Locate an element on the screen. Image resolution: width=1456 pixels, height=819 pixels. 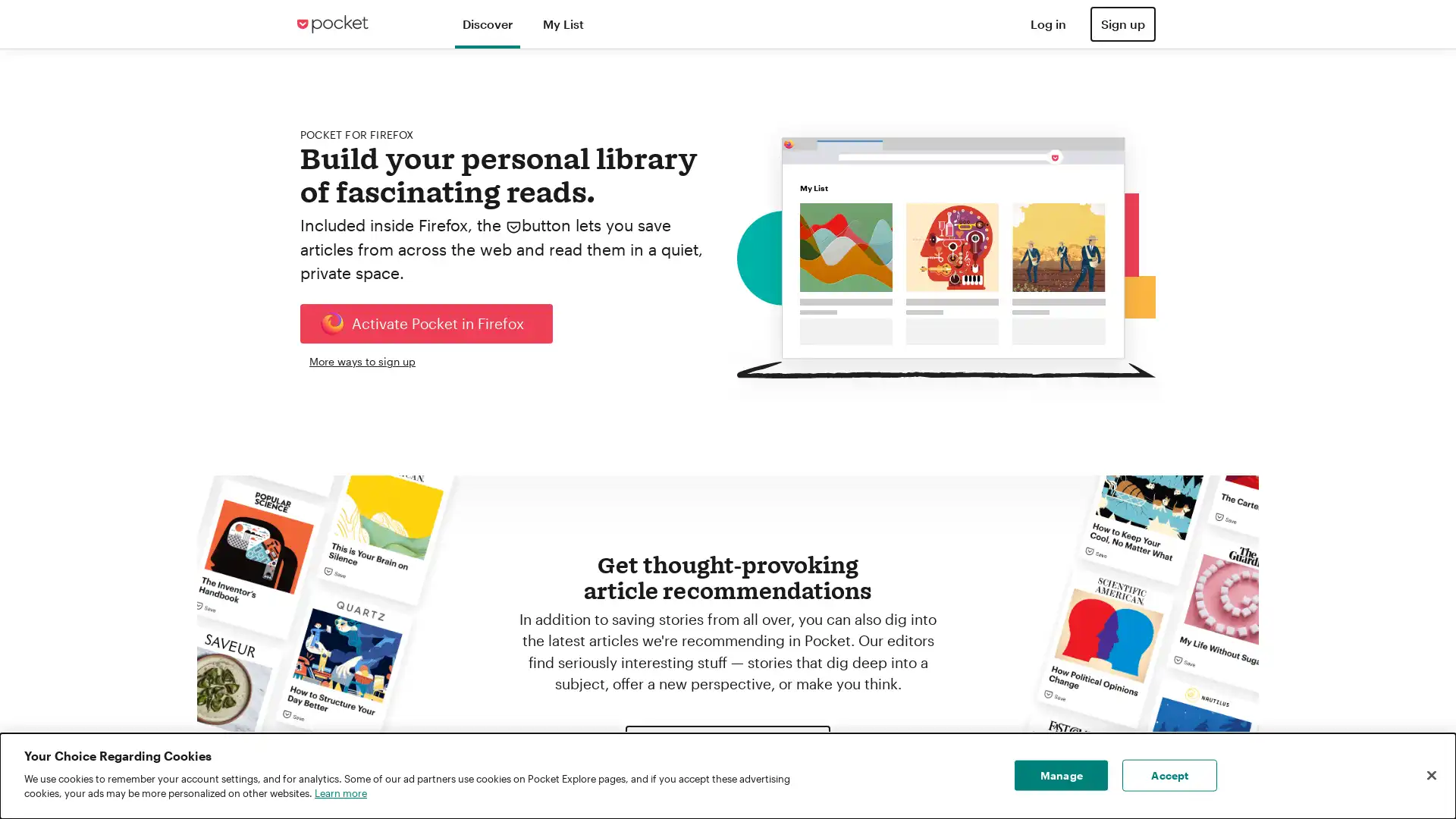
Close is located at coordinates (1430, 775).